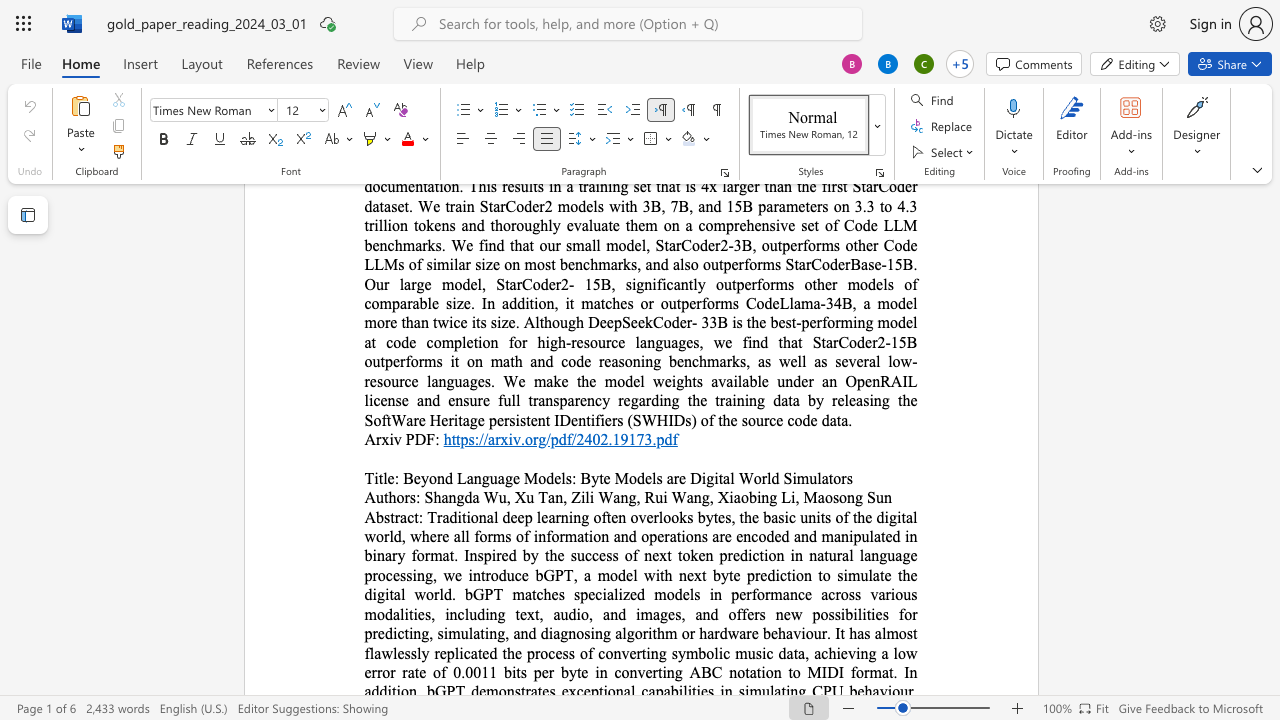 The width and height of the screenshot is (1280, 720). I want to click on the space between the continuous character "/" and "a" in the text, so click(488, 438).